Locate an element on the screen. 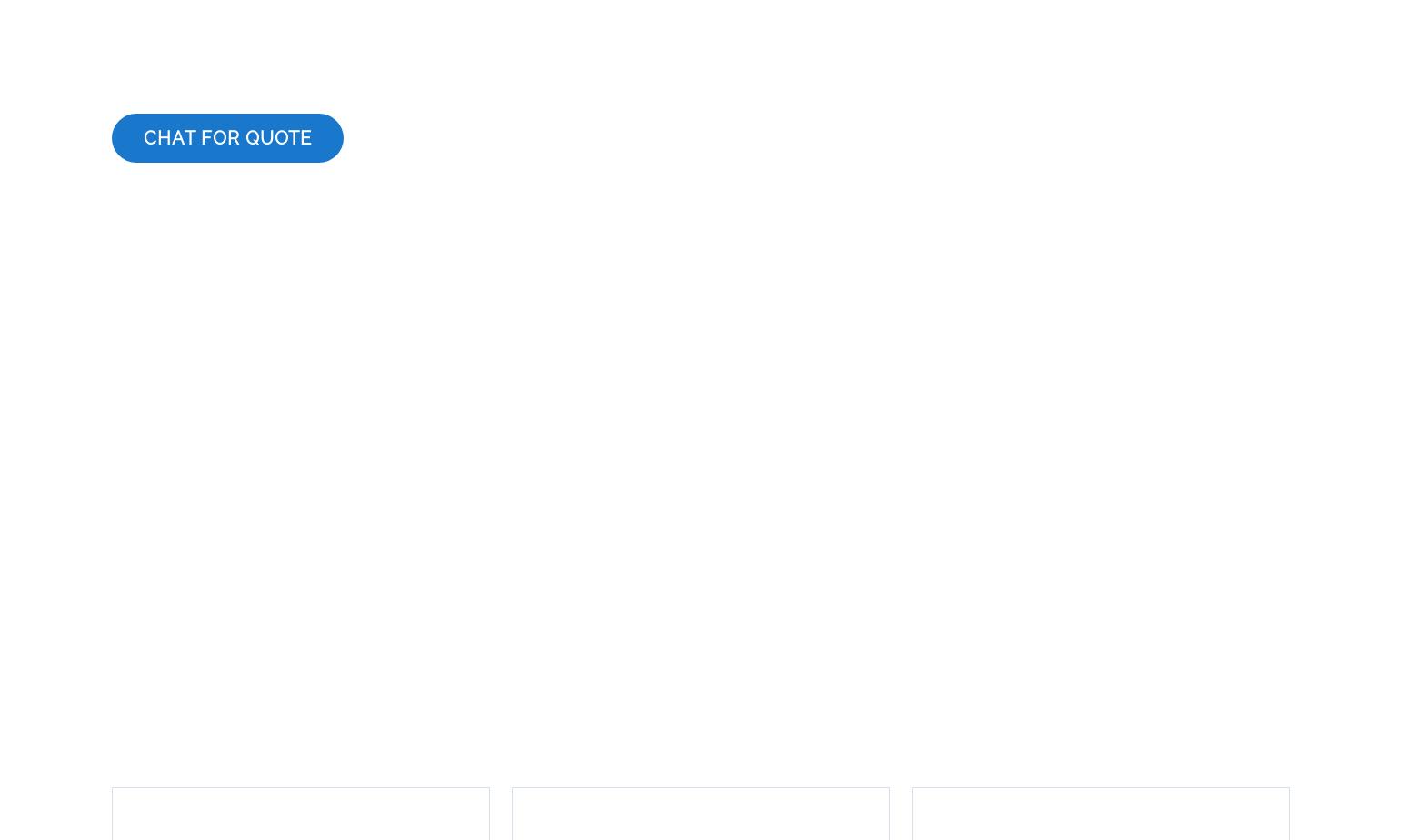 This screenshot has height=840, width=1402. 'Terms and Conditions' is located at coordinates (397, 738).